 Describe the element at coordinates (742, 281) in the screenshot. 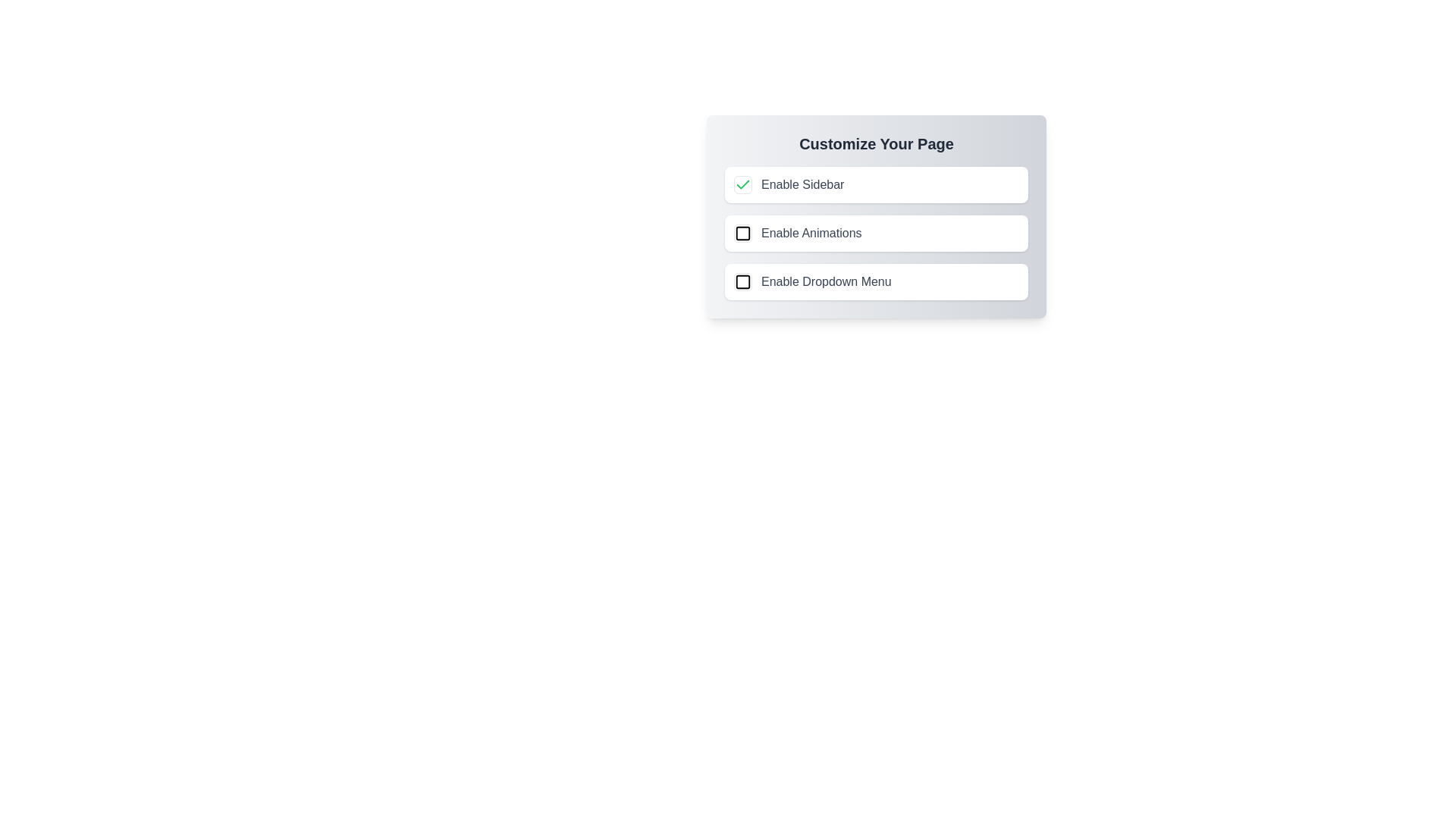

I see `the square icon within the 'Enable Dropdown Menu' button, which is the third option in the settings list` at that location.